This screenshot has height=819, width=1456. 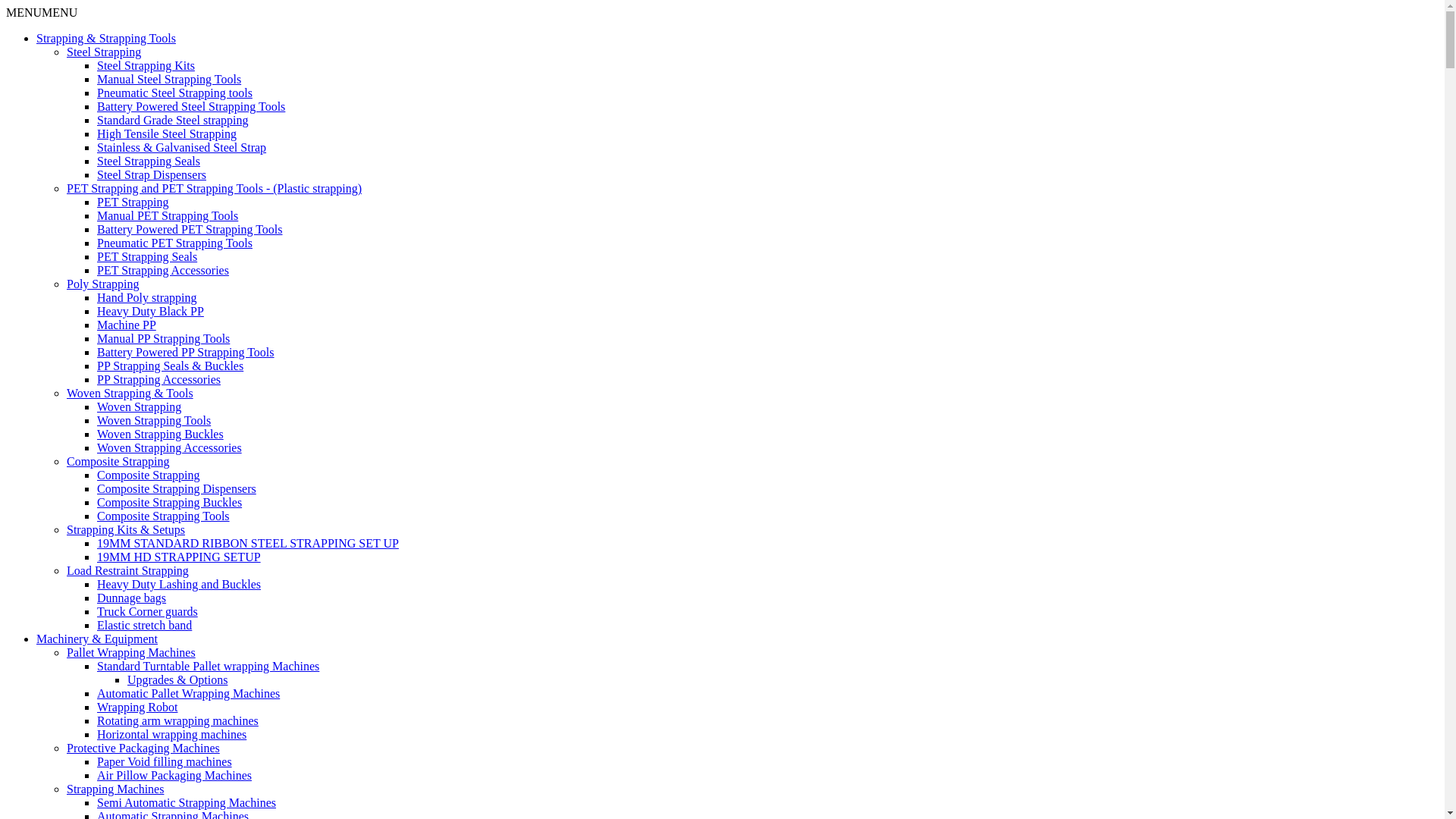 I want to click on 'Paper Void filling machines', so click(x=164, y=761).